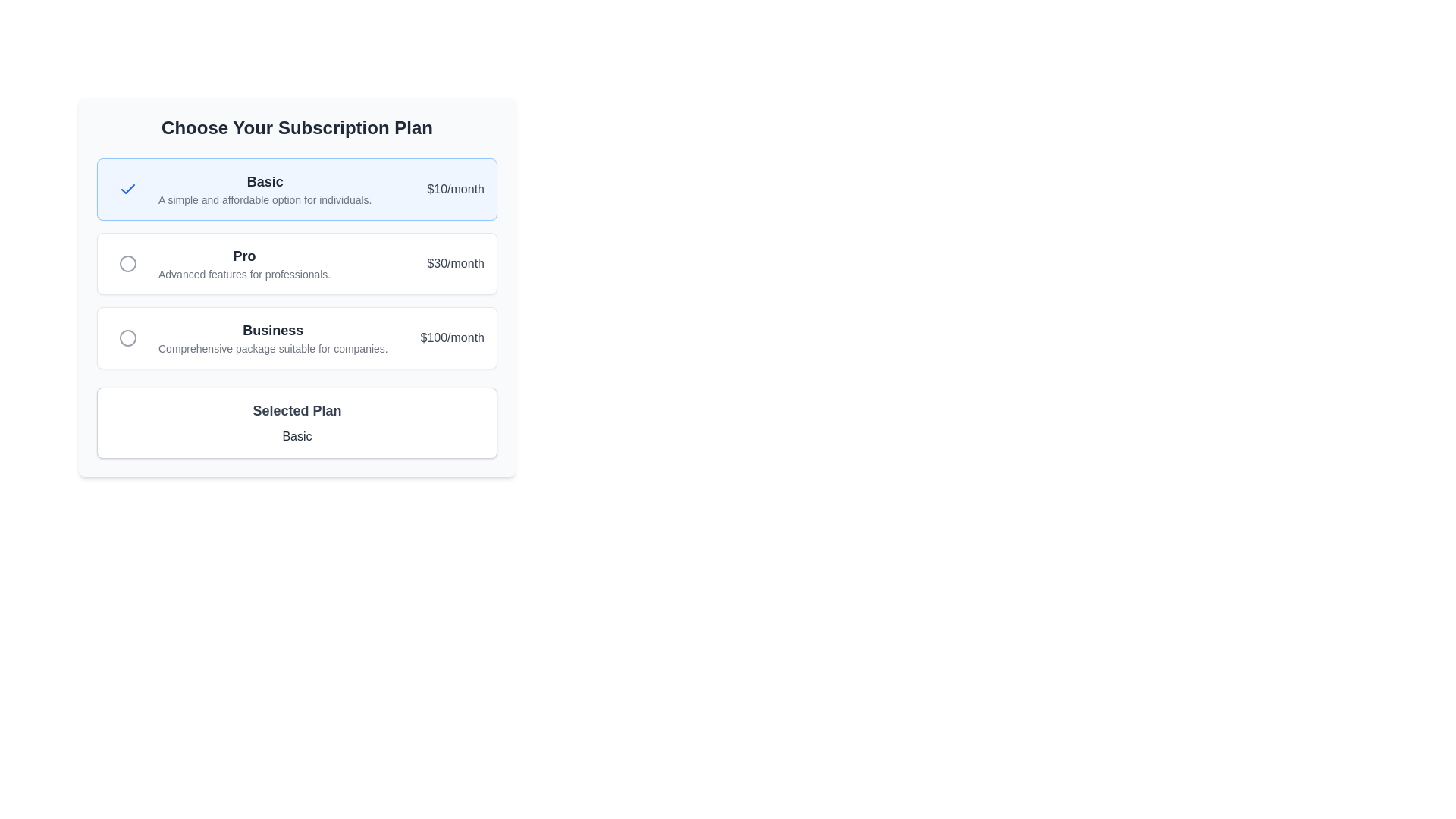 The height and width of the screenshot is (819, 1456). I want to click on the 'Basic' text block, so click(265, 189).